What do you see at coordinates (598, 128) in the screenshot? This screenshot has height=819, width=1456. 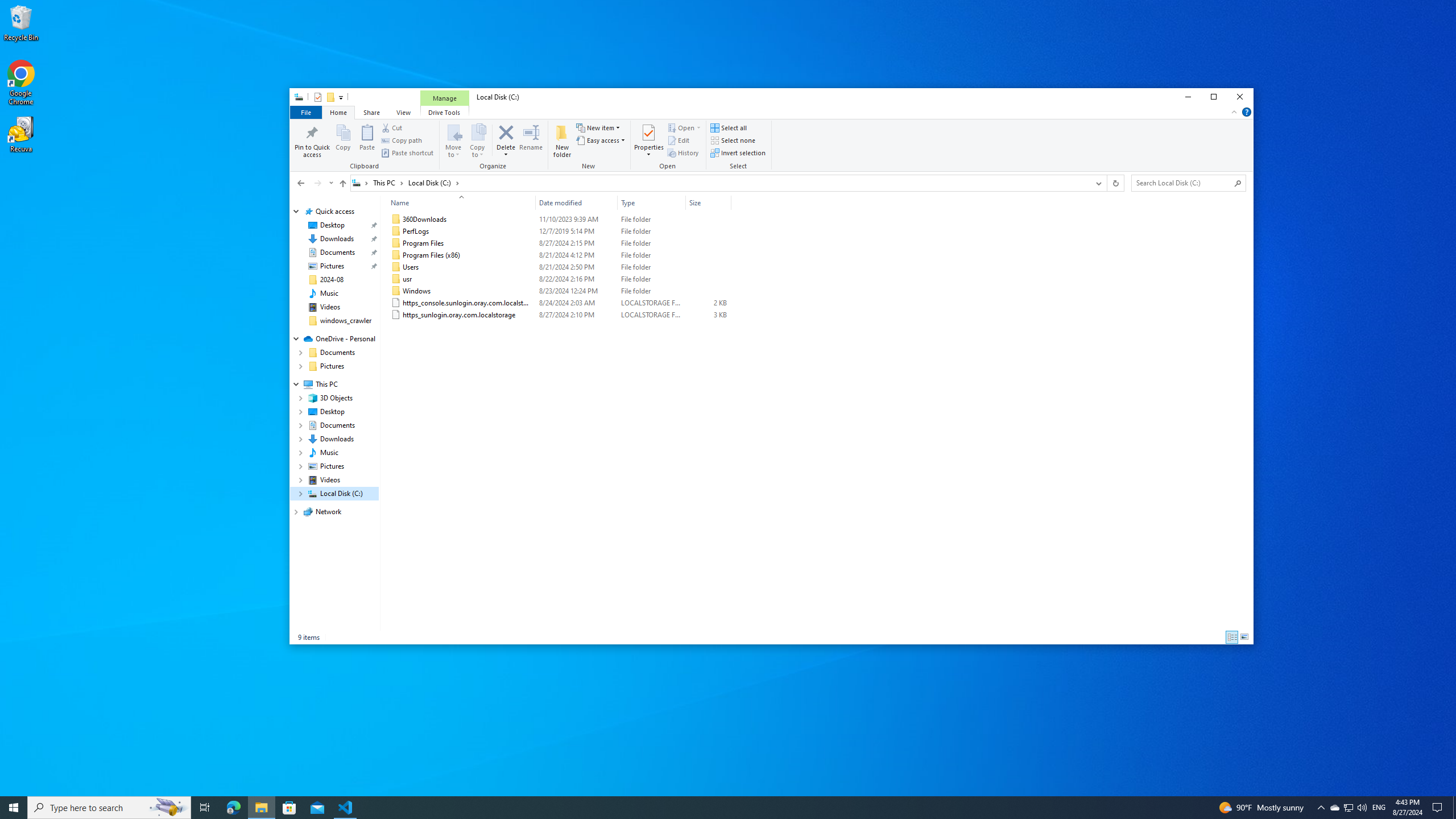 I see `'New item'` at bounding box center [598, 128].